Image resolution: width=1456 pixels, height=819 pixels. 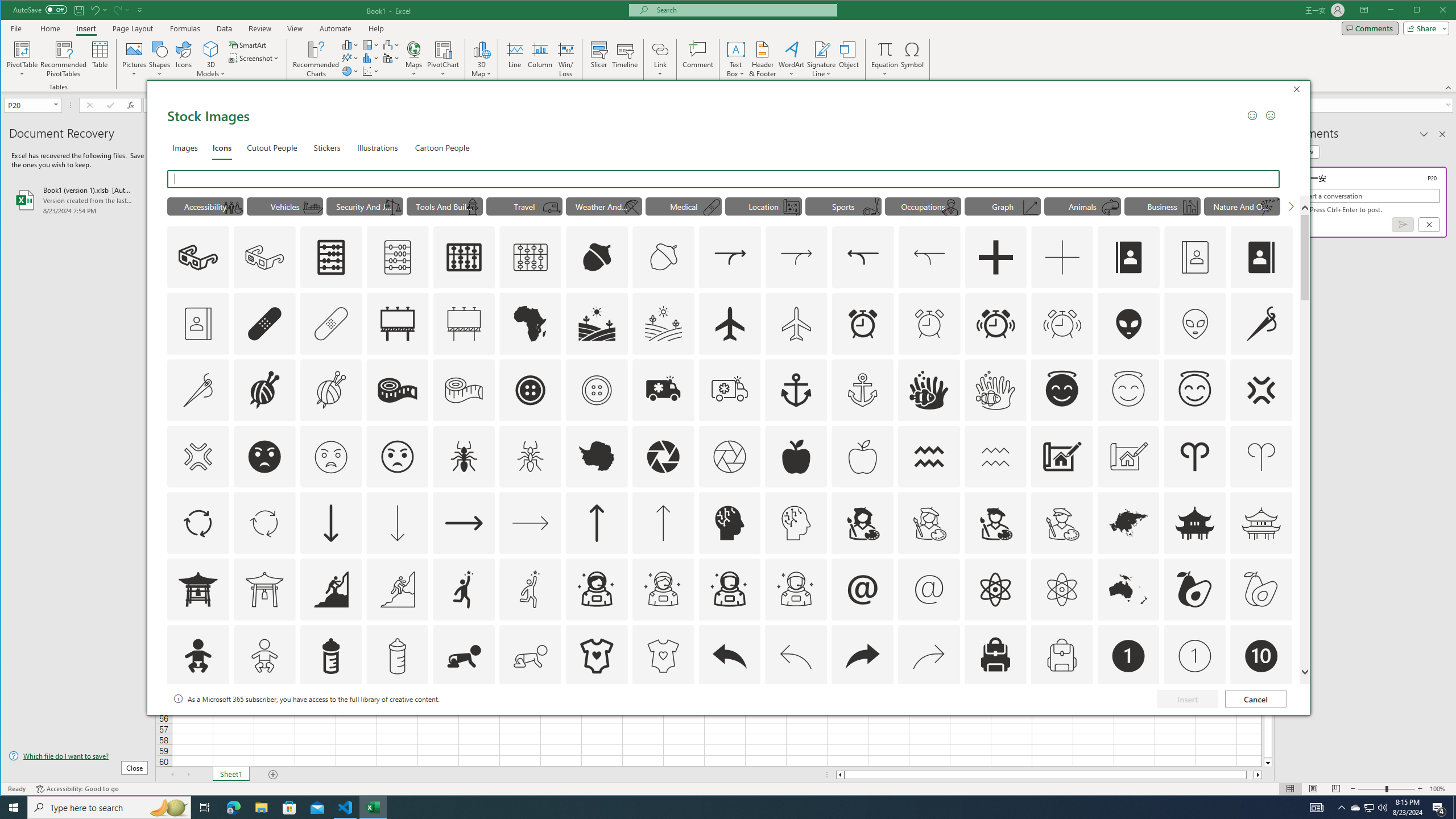 I want to click on 'AutomationID: Icons_At', so click(x=863, y=589).